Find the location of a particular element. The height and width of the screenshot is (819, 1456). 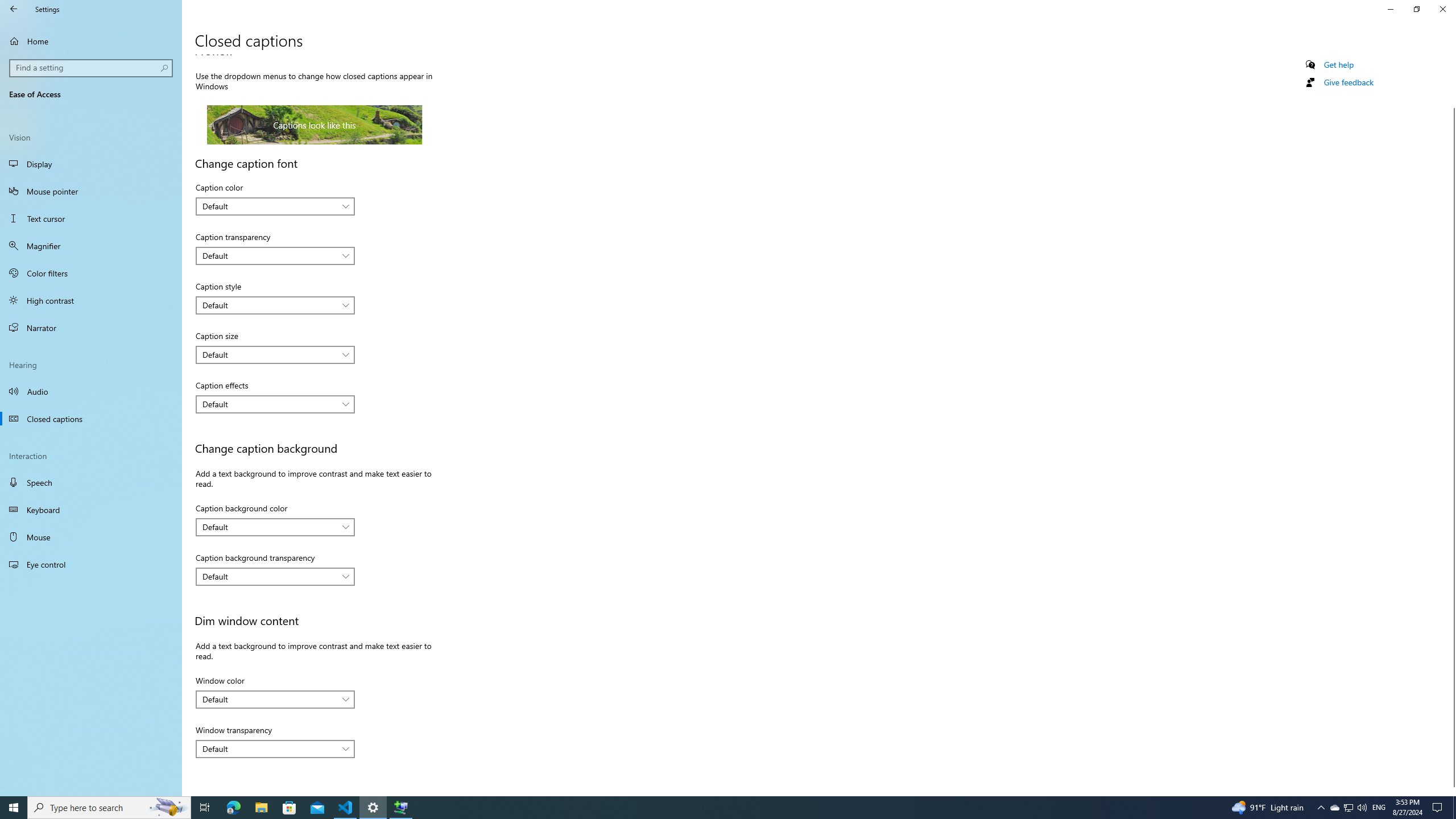

'Running applications' is located at coordinates (706, 806).